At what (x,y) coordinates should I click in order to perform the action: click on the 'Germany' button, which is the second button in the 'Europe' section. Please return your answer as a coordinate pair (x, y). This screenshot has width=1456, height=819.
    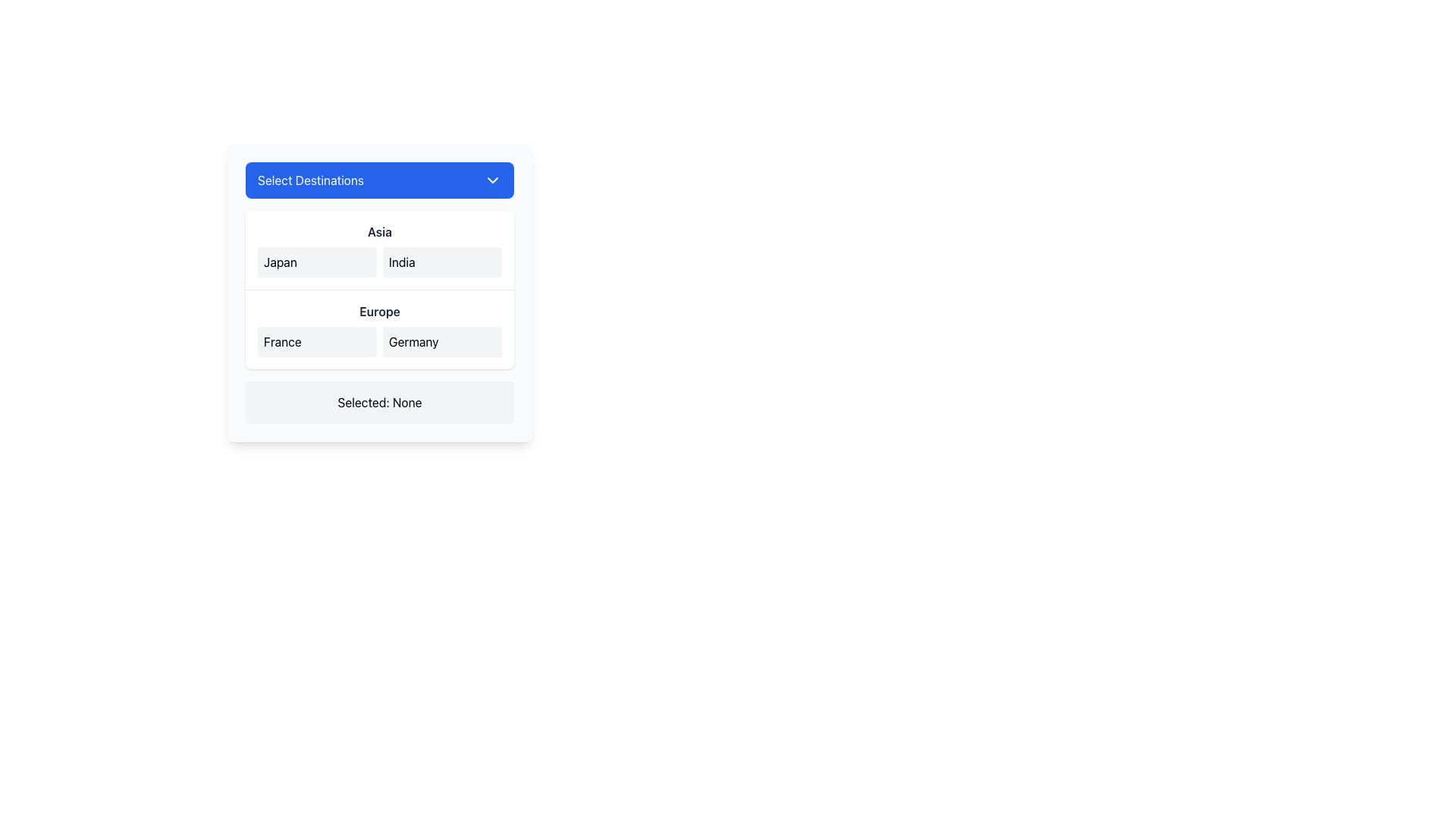
    Looking at the image, I should click on (441, 342).